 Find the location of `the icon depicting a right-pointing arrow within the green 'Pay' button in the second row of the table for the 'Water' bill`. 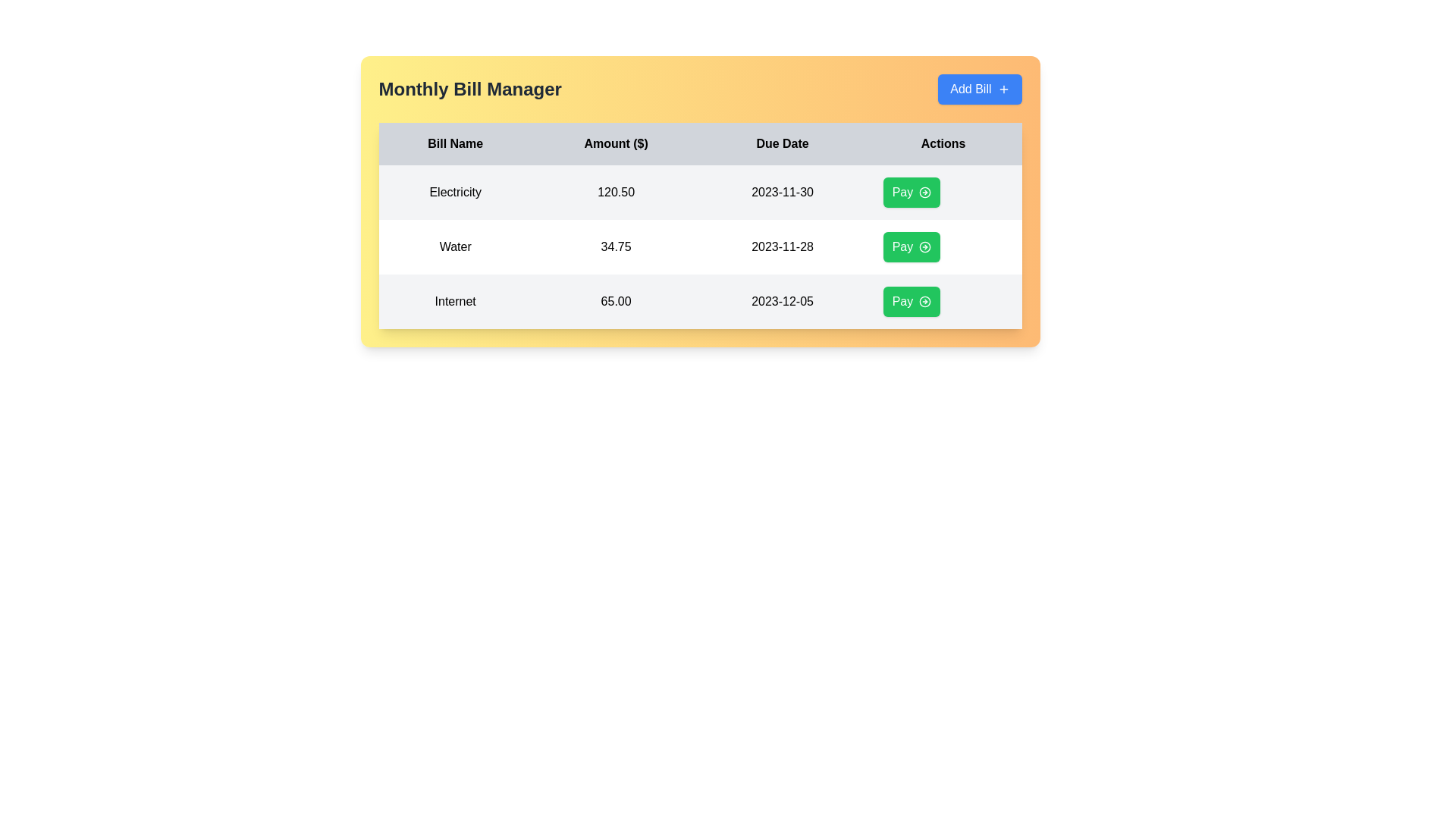

the icon depicting a right-pointing arrow within the green 'Pay' button in the second row of the table for the 'Water' bill is located at coordinates (924, 246).